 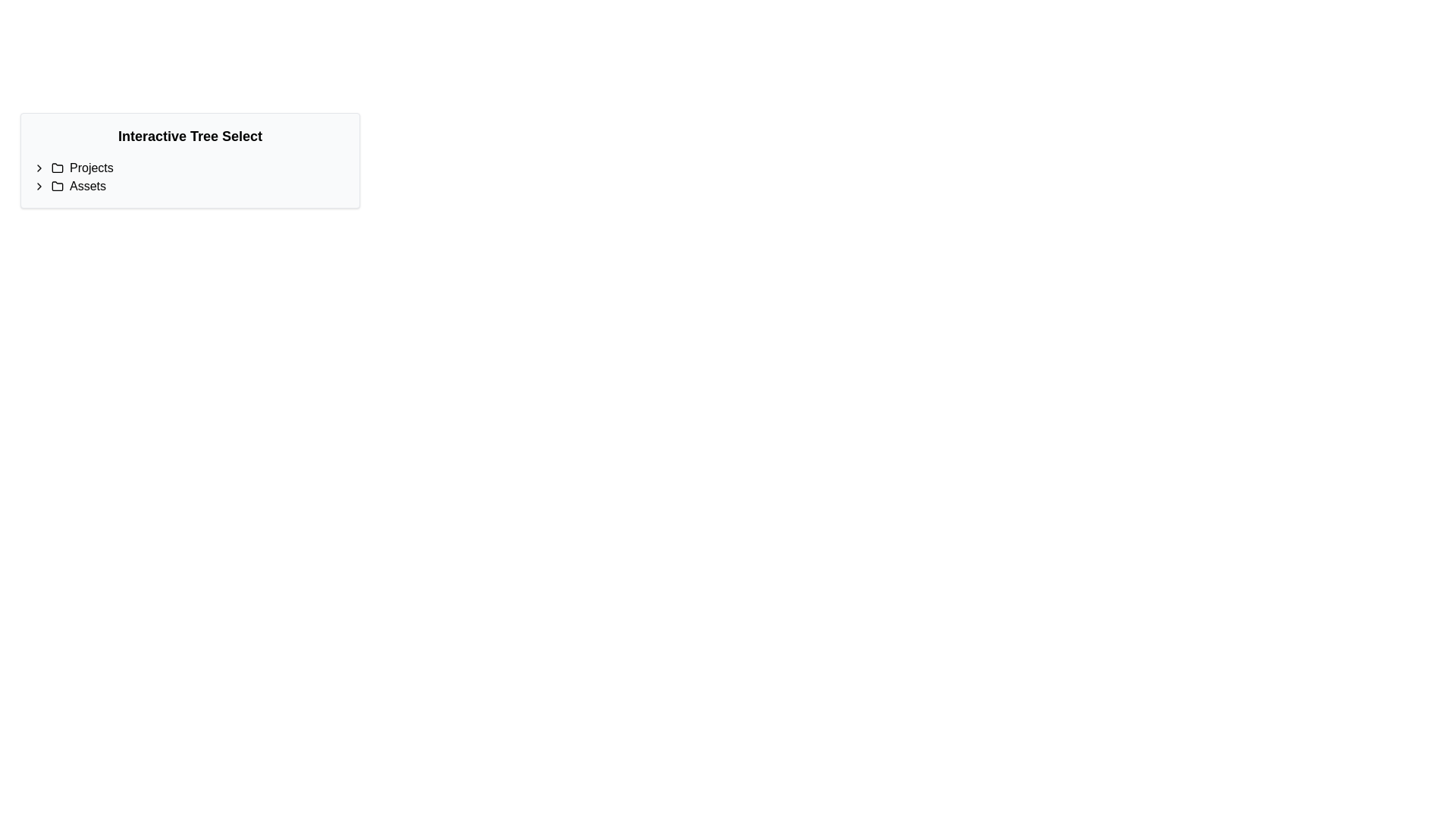 What do you see at coordinates (58, 185) in the screenshot?
I see `the folder icon for the 'Assets' directory, which is the second folder icon` at bounding box center [58, 185].